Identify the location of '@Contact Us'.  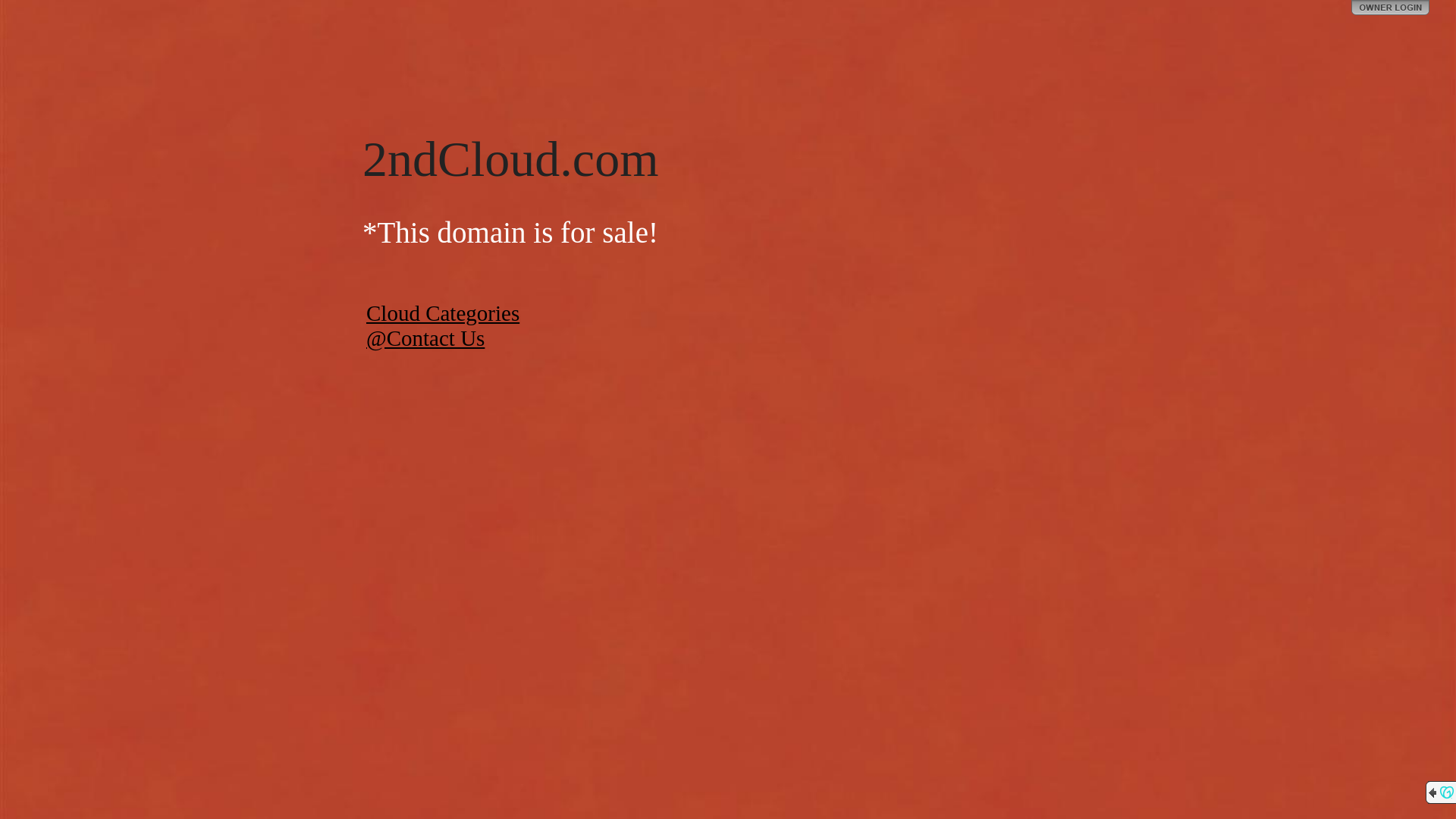
(425, 337).